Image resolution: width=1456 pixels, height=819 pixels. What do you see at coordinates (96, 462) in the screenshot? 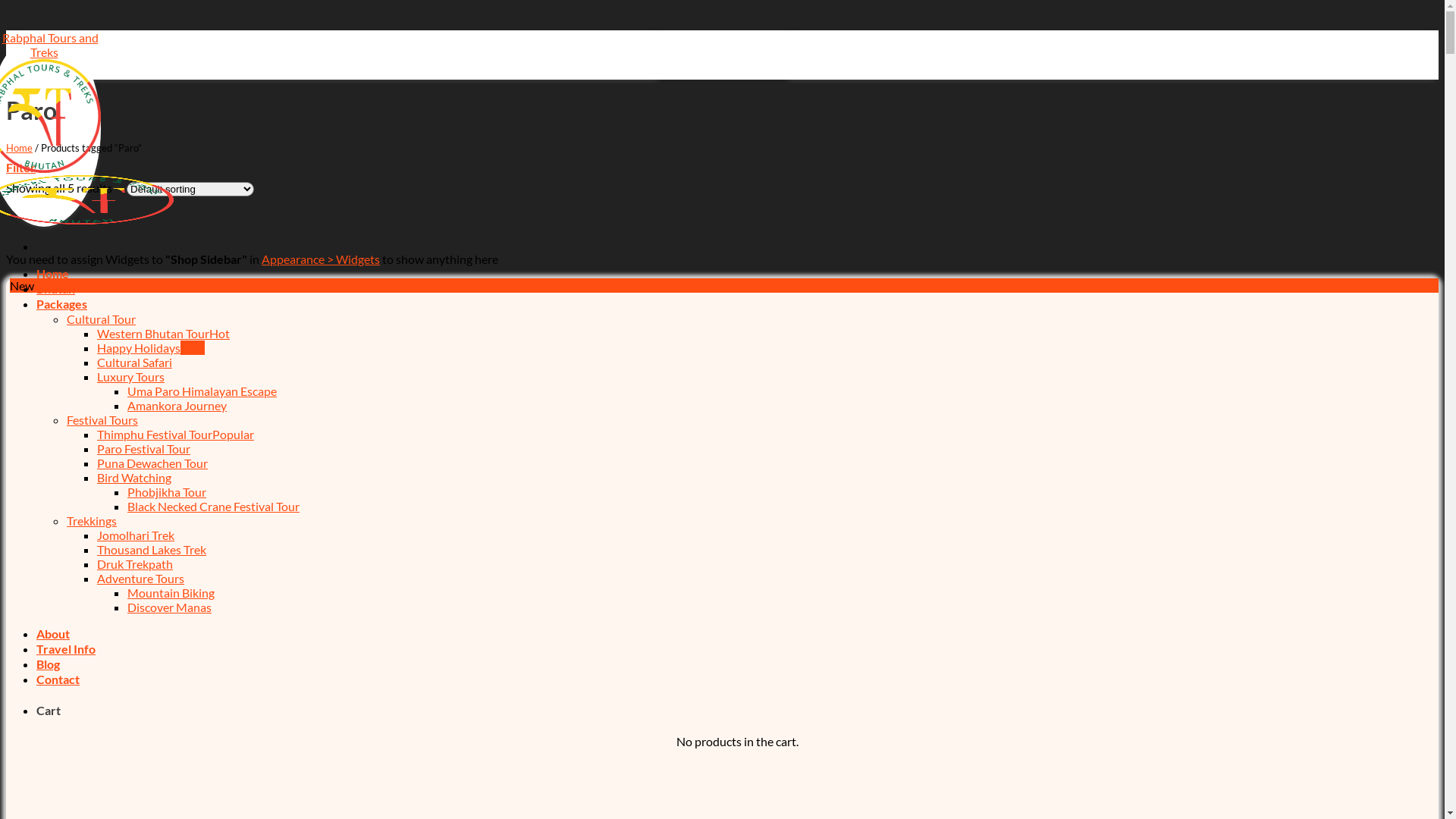
I see `'Puna Dewachen Tour'` at bounding box center [96, 462].